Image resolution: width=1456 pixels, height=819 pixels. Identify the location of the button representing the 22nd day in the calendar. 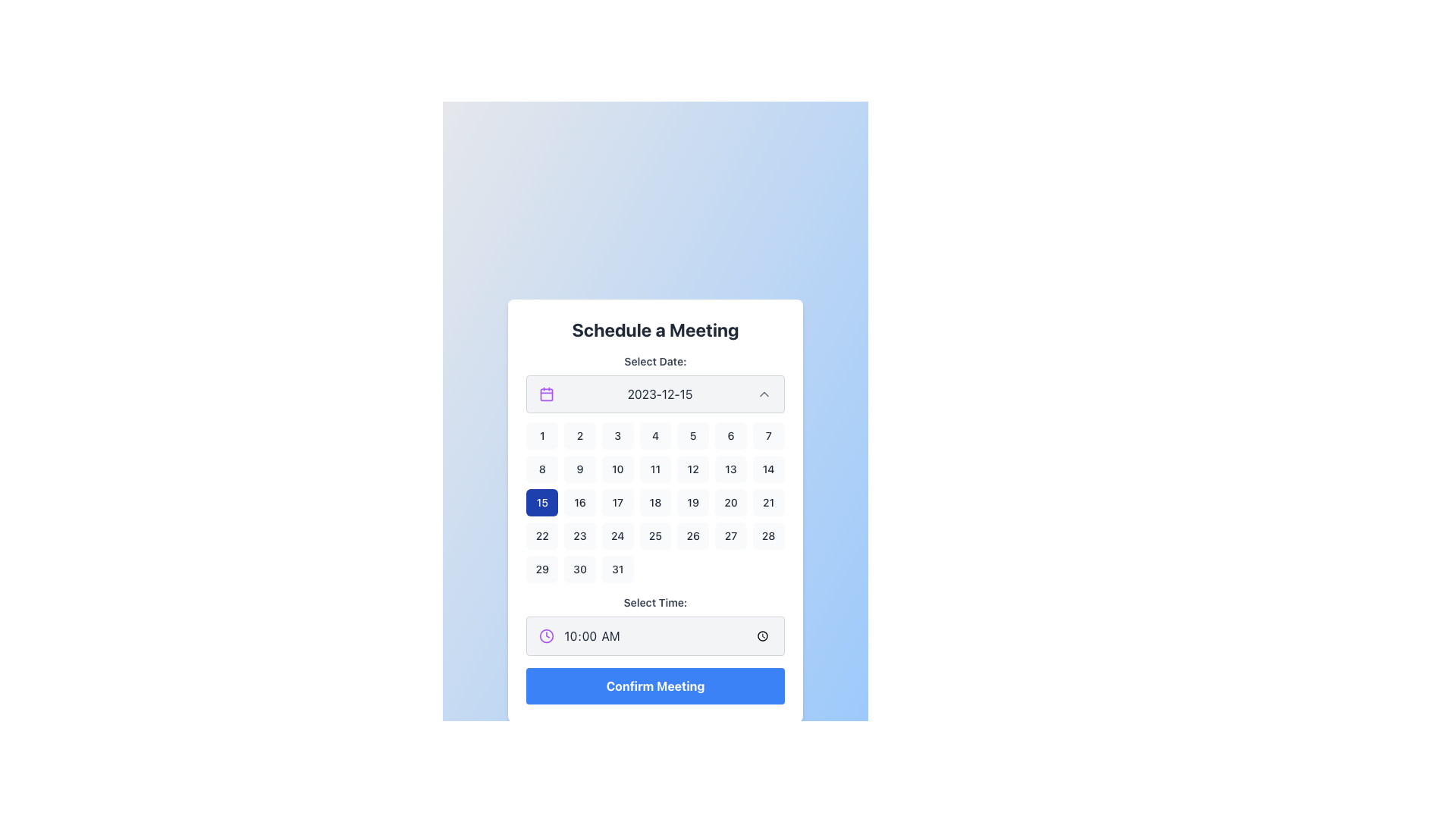
(542, 535).